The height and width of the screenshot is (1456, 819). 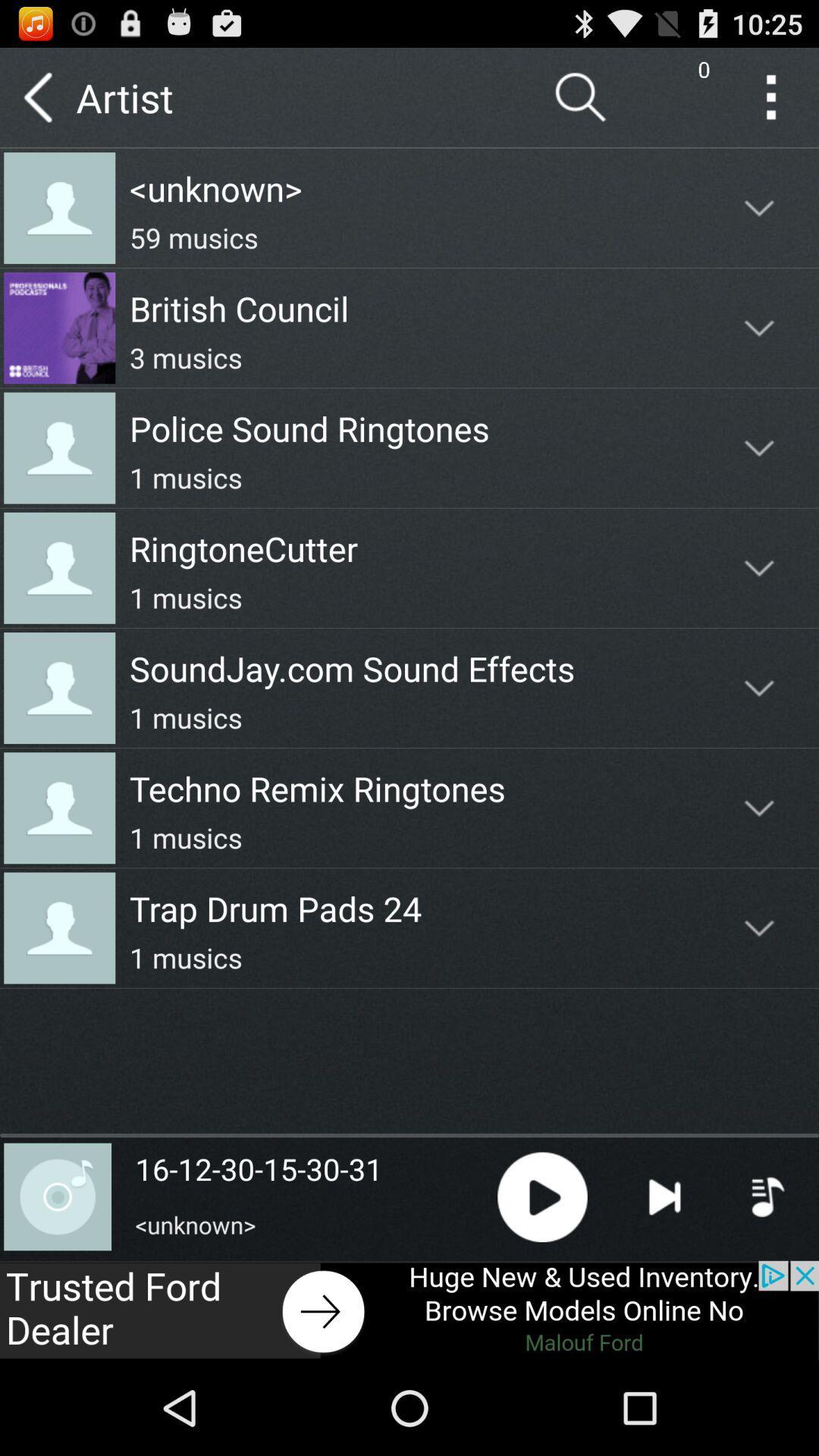 I want to click on the play icon, so click(x=541, y=1280).